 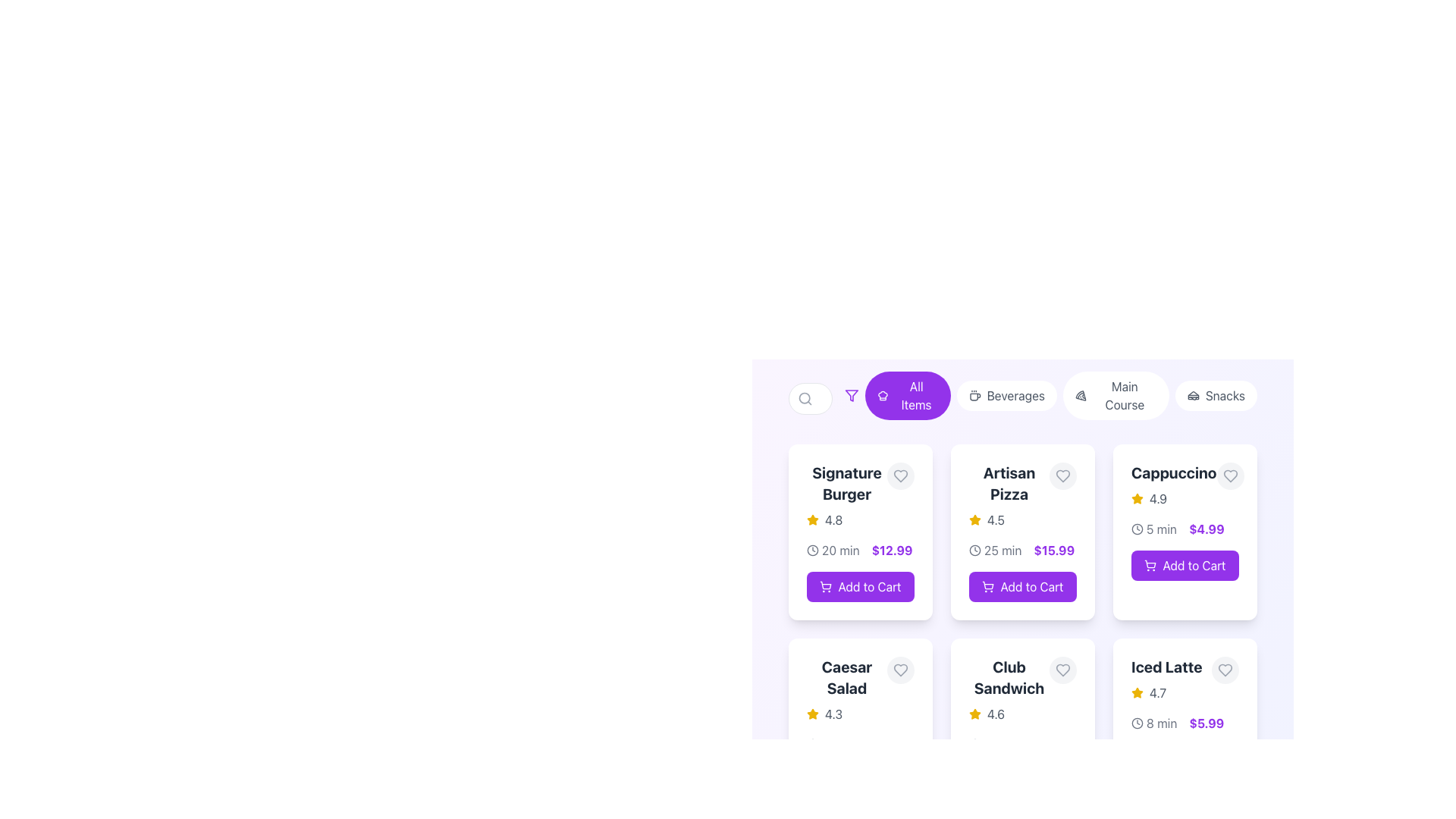 What do you see at coordinates (1185, 529) in the screenshot?
I see `information displayed on the text label with an icon that shows the estimated serving/preparation time and cost of the 'Cappuccino' product, located above the 'Add to Cart' button` at bounding box center [1185, 529].